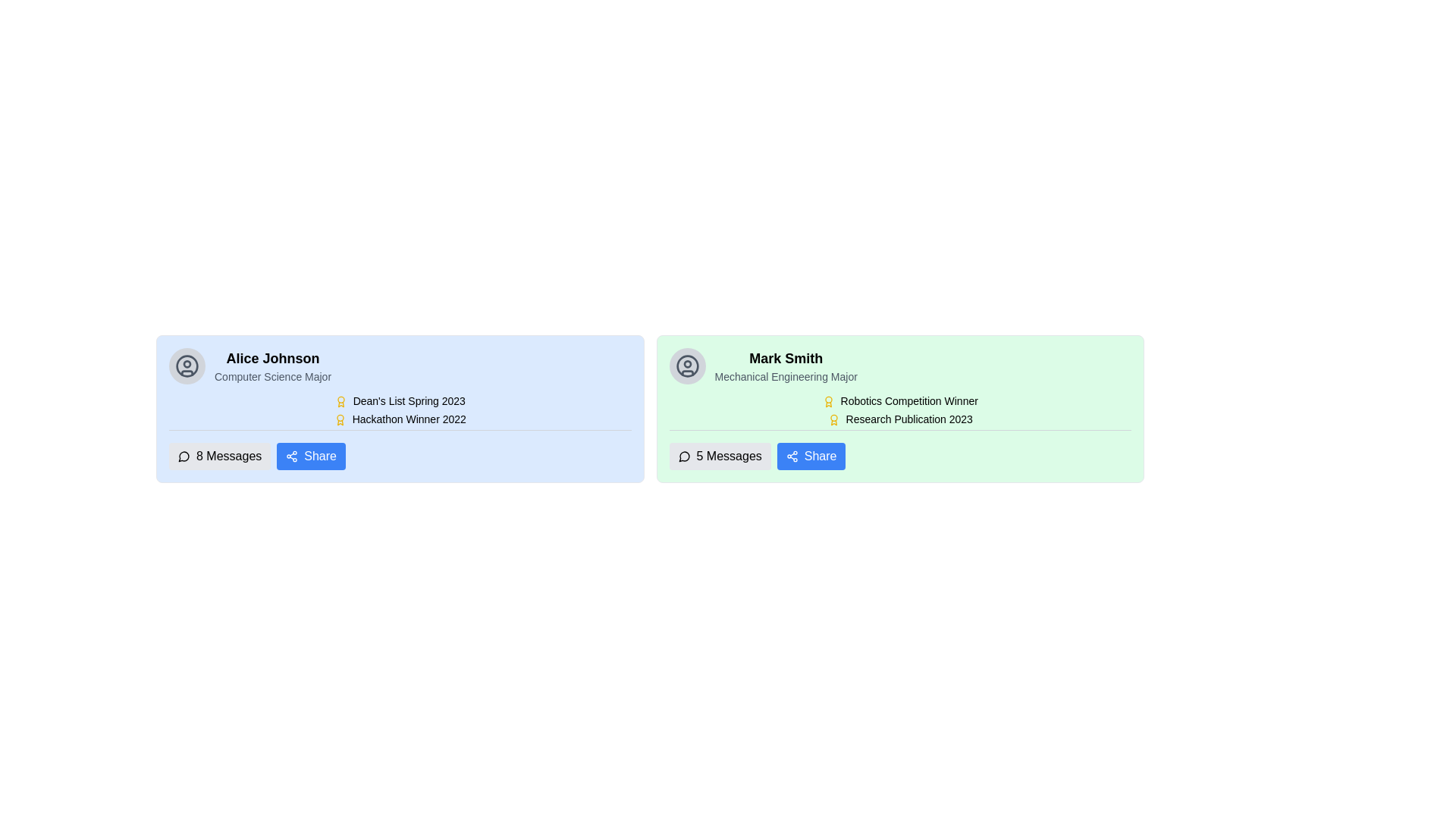 The width and height of the screenshot is (1456, 819). Describe the element at coordinates (719, 455) in the screenshot. I see `the '5 Messages' button, which is a rectangular button with a gray background and rounded edges, located in the bottom-right corner of Mark Smith's green profile card` at that location.